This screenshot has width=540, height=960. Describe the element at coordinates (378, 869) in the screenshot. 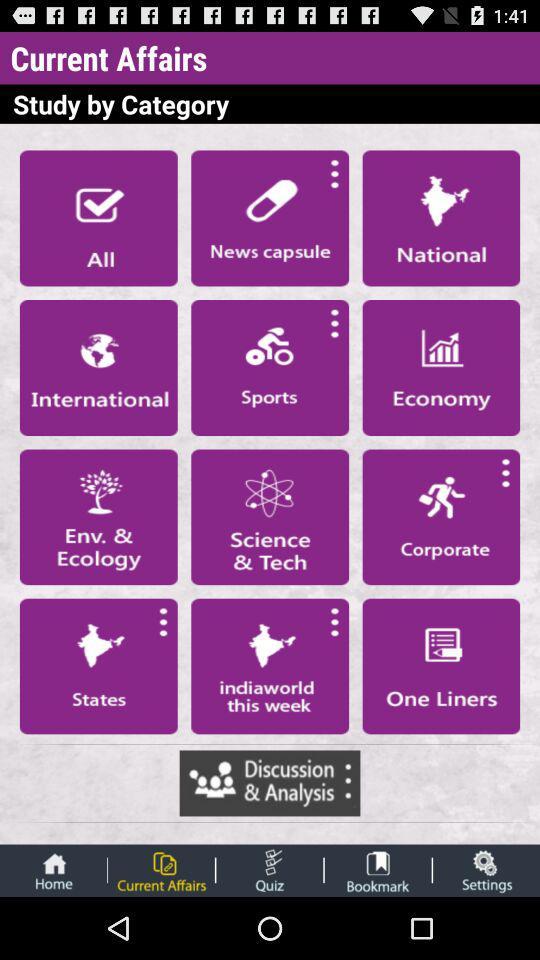

I see `bookmark button` at that location.